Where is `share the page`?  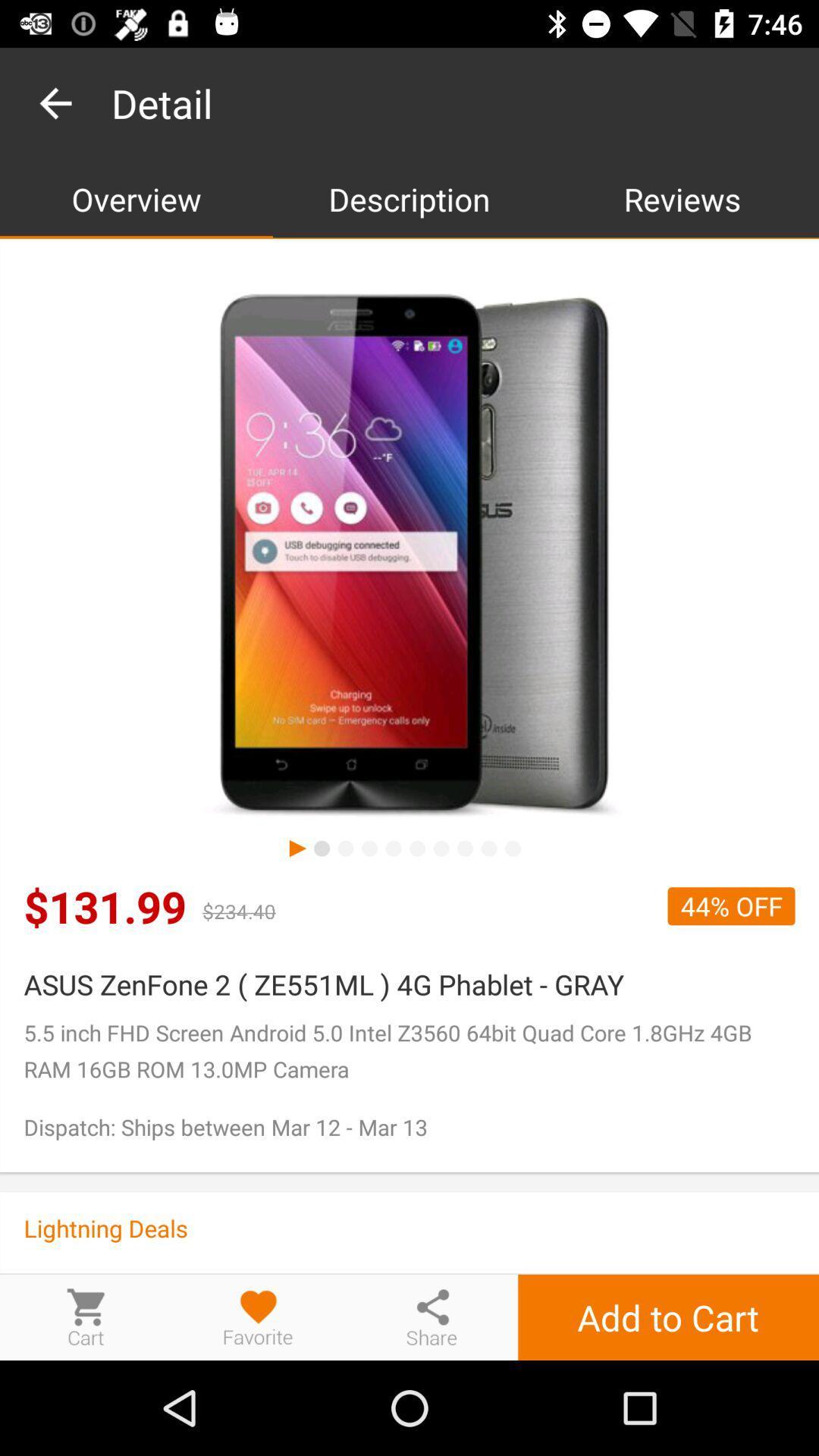 share the page is located at coordinates (431, 1316).